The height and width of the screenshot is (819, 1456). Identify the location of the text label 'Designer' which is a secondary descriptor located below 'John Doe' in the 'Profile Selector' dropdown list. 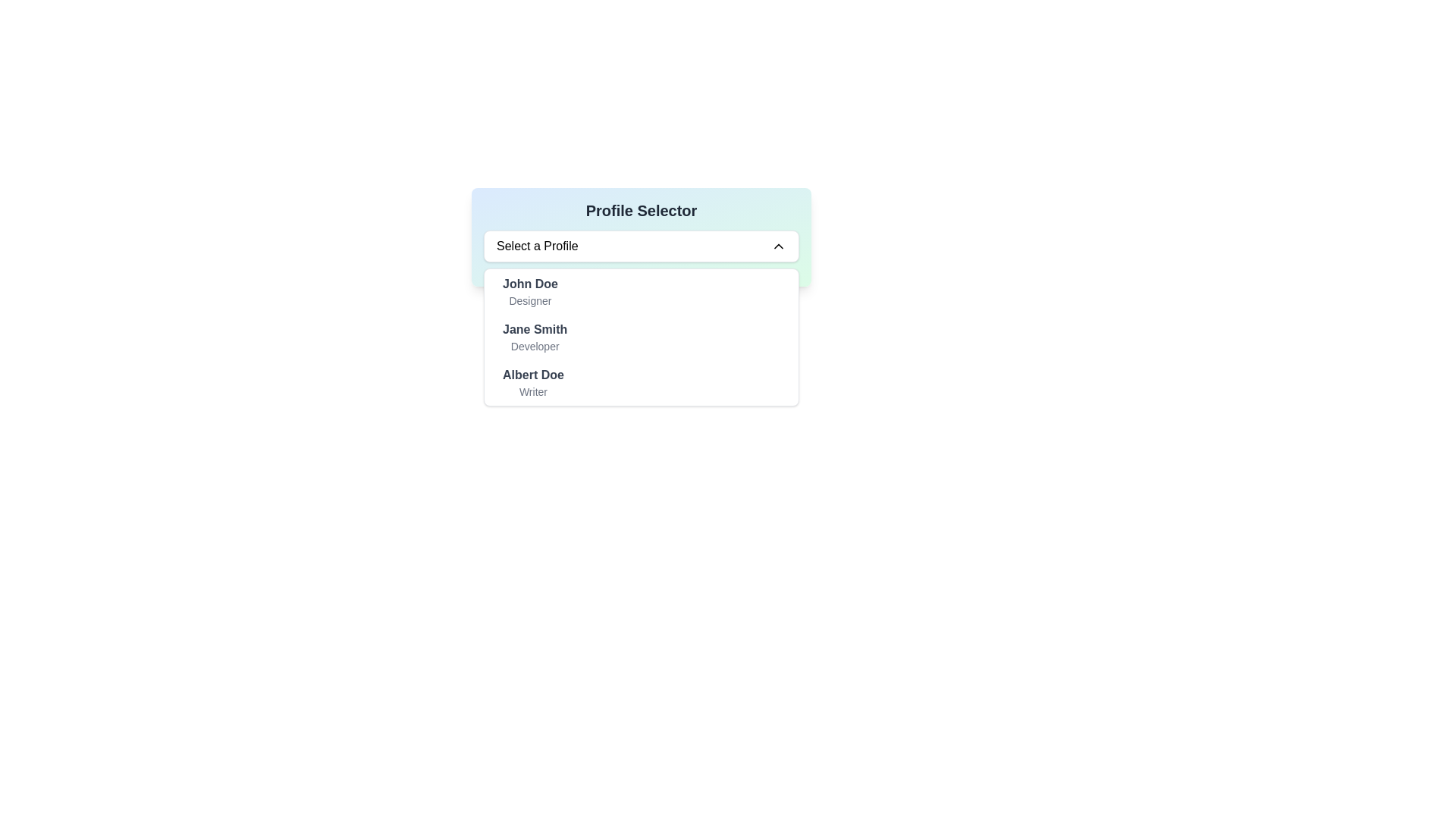
(530, 301).